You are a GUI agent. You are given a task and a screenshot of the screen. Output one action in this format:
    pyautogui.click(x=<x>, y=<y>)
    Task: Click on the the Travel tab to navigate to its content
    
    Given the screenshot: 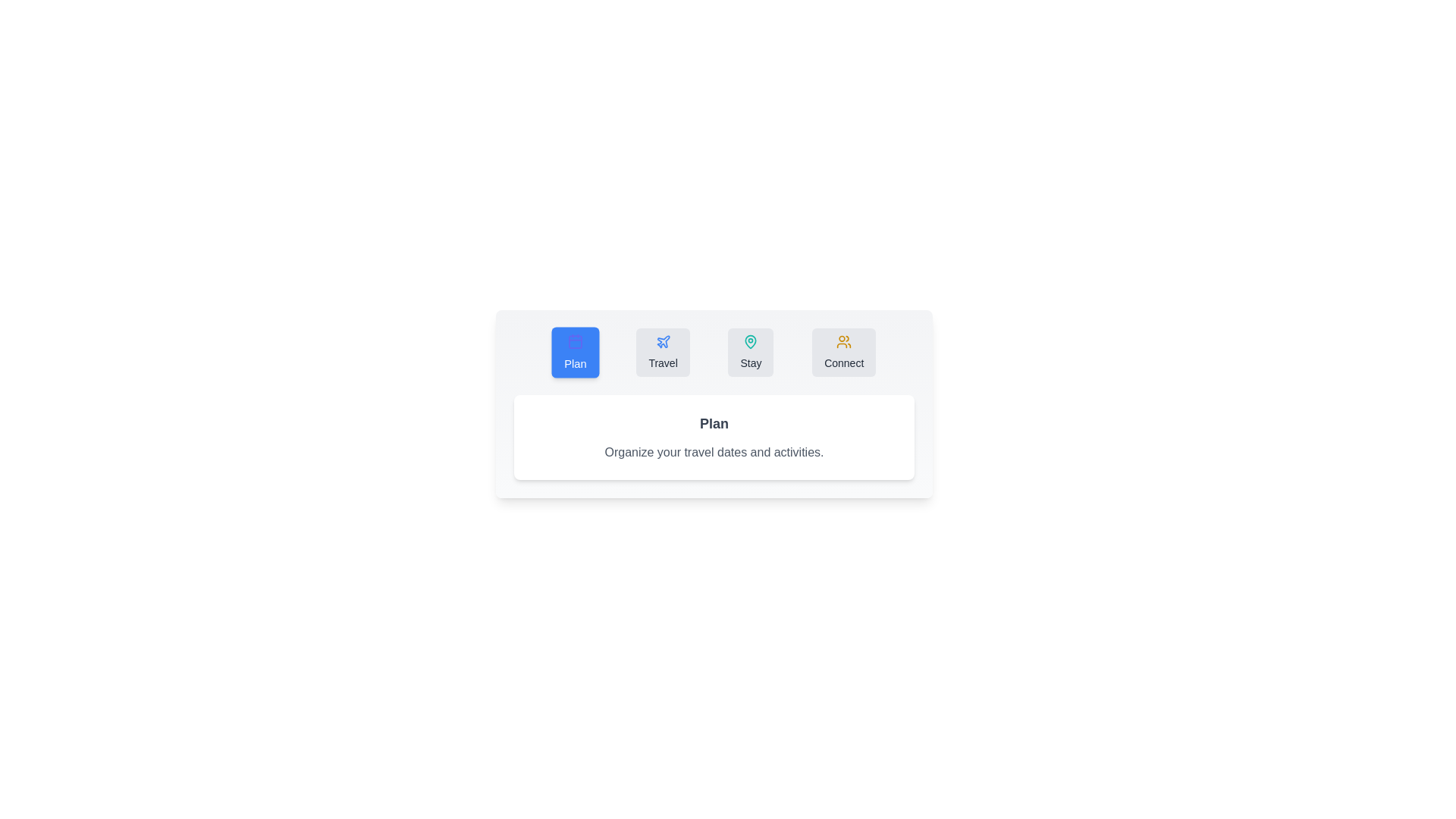 What is the action you would take?
    pyautogui.click(x=663, y=353)
    